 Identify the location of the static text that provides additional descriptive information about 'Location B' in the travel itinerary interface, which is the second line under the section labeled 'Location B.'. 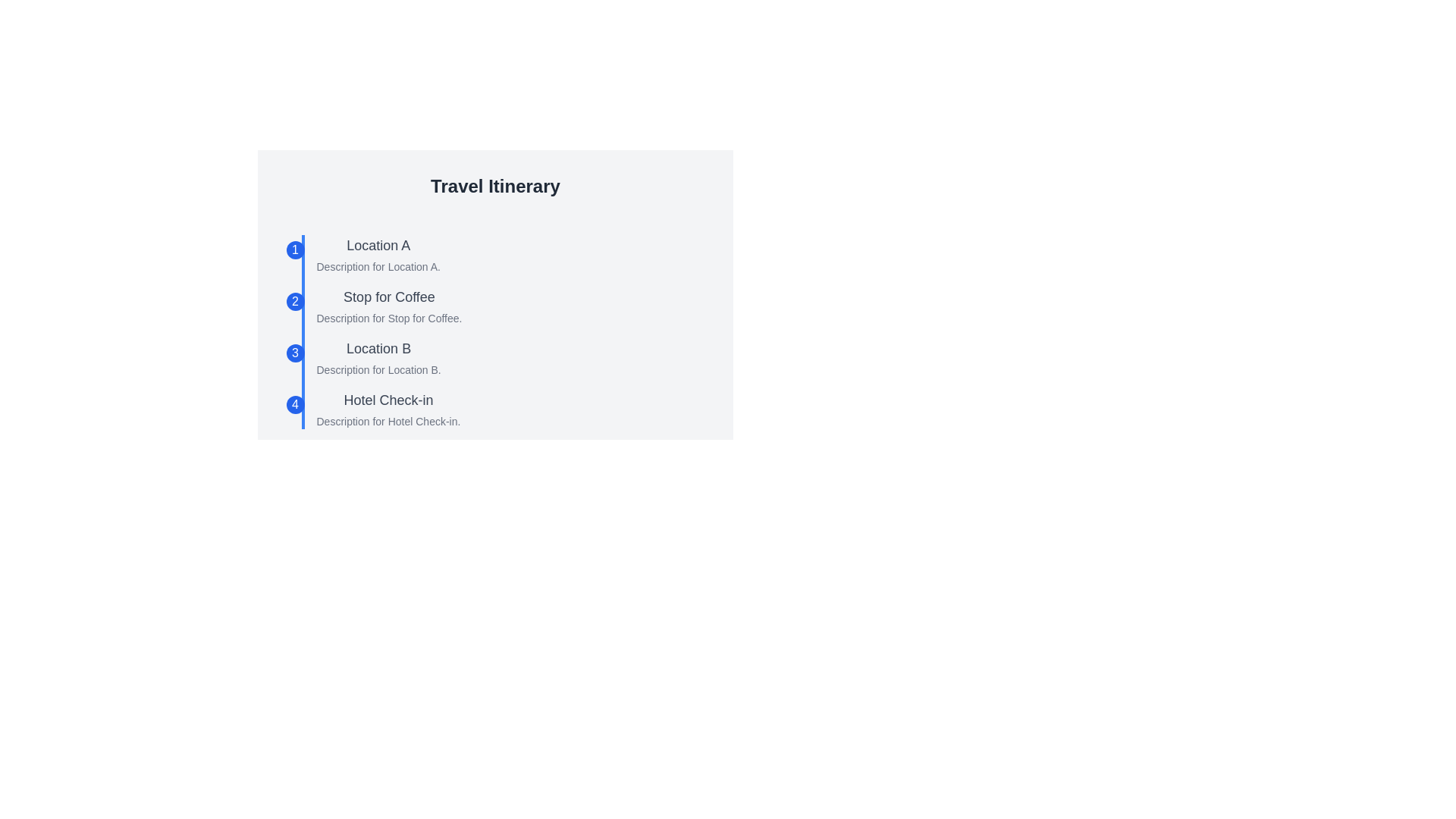
(378, 370).